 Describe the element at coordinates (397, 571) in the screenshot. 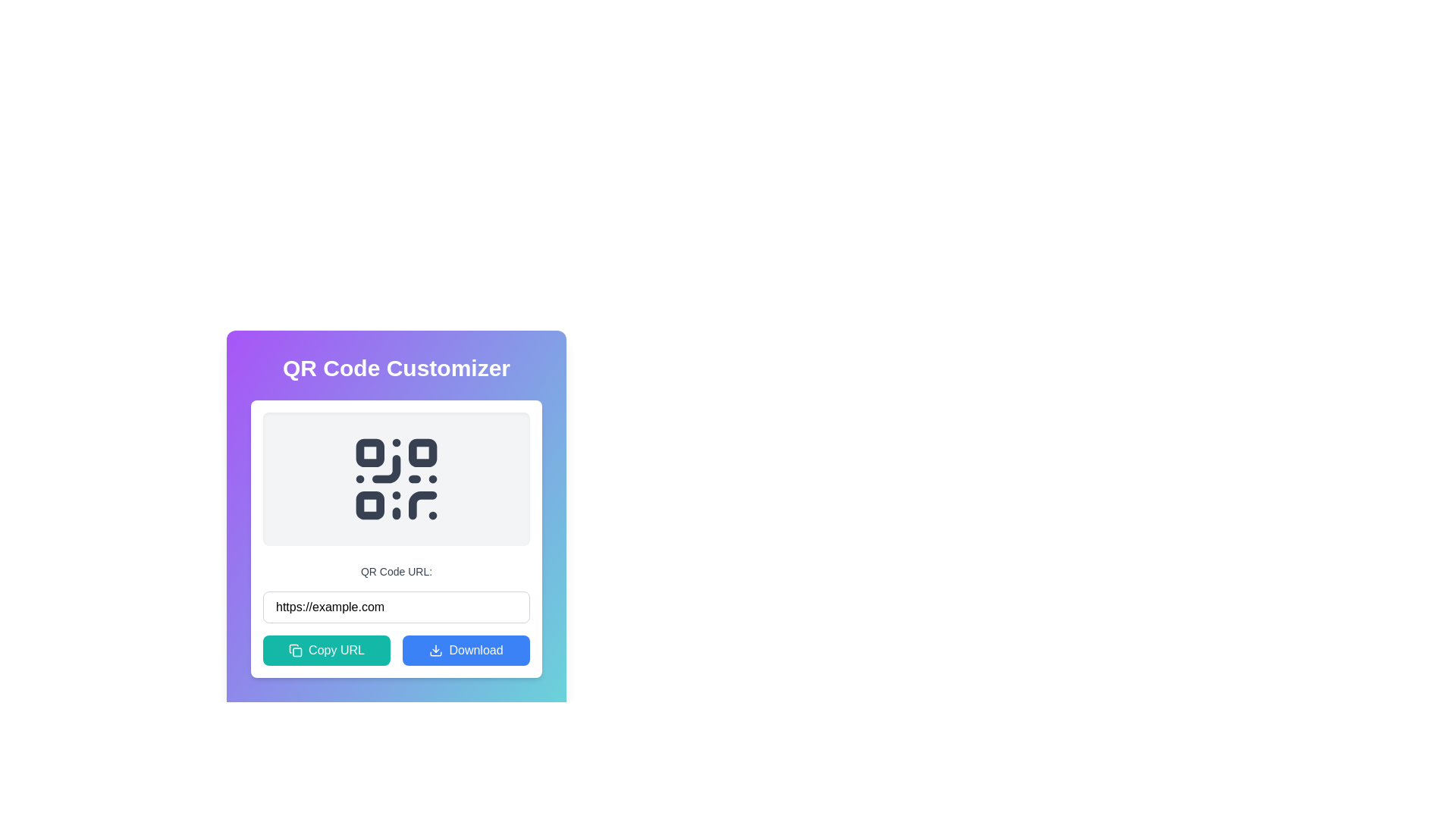

I see `the Text Label that describes the purpose of the adjacent text input field for inserting or displaying the URL associated with a QR code` at that location.